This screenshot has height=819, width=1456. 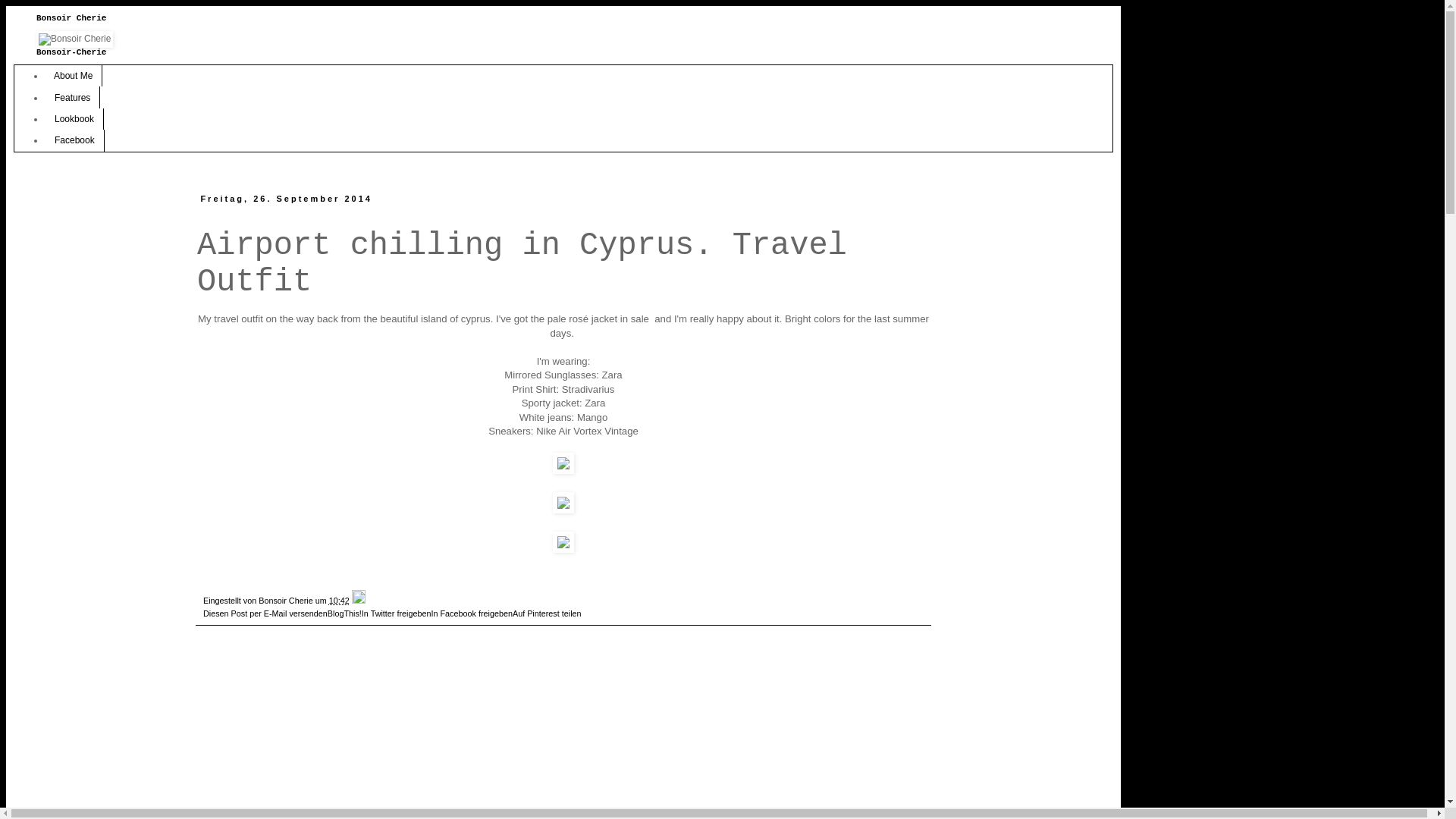 What do you see at coordinates (73, 118) in the screenshot?
I see `'Lookbook'` at bounding box center [73, 118].